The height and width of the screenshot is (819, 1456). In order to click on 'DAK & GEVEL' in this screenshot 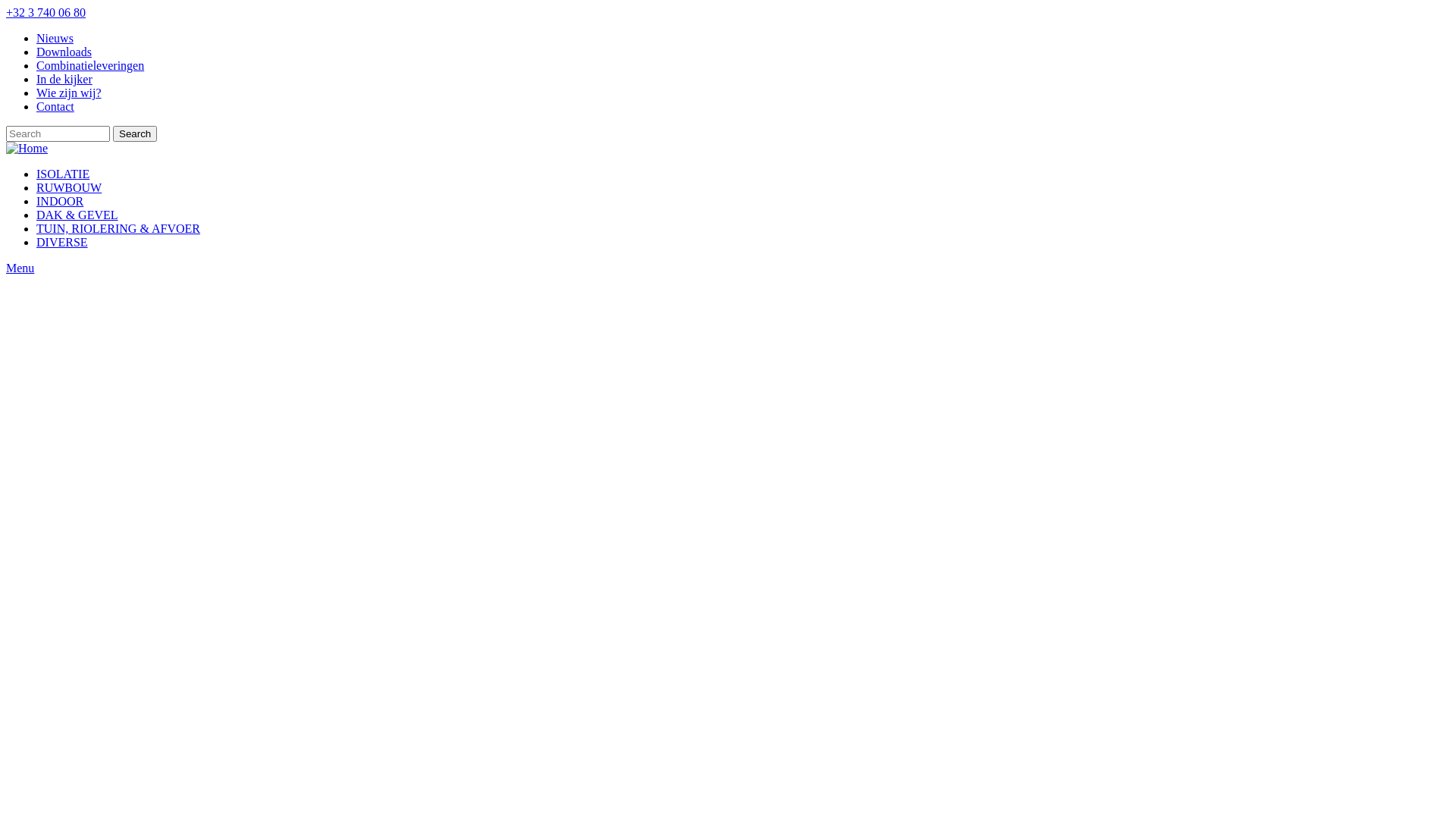, I will do `click(36, 215)`.